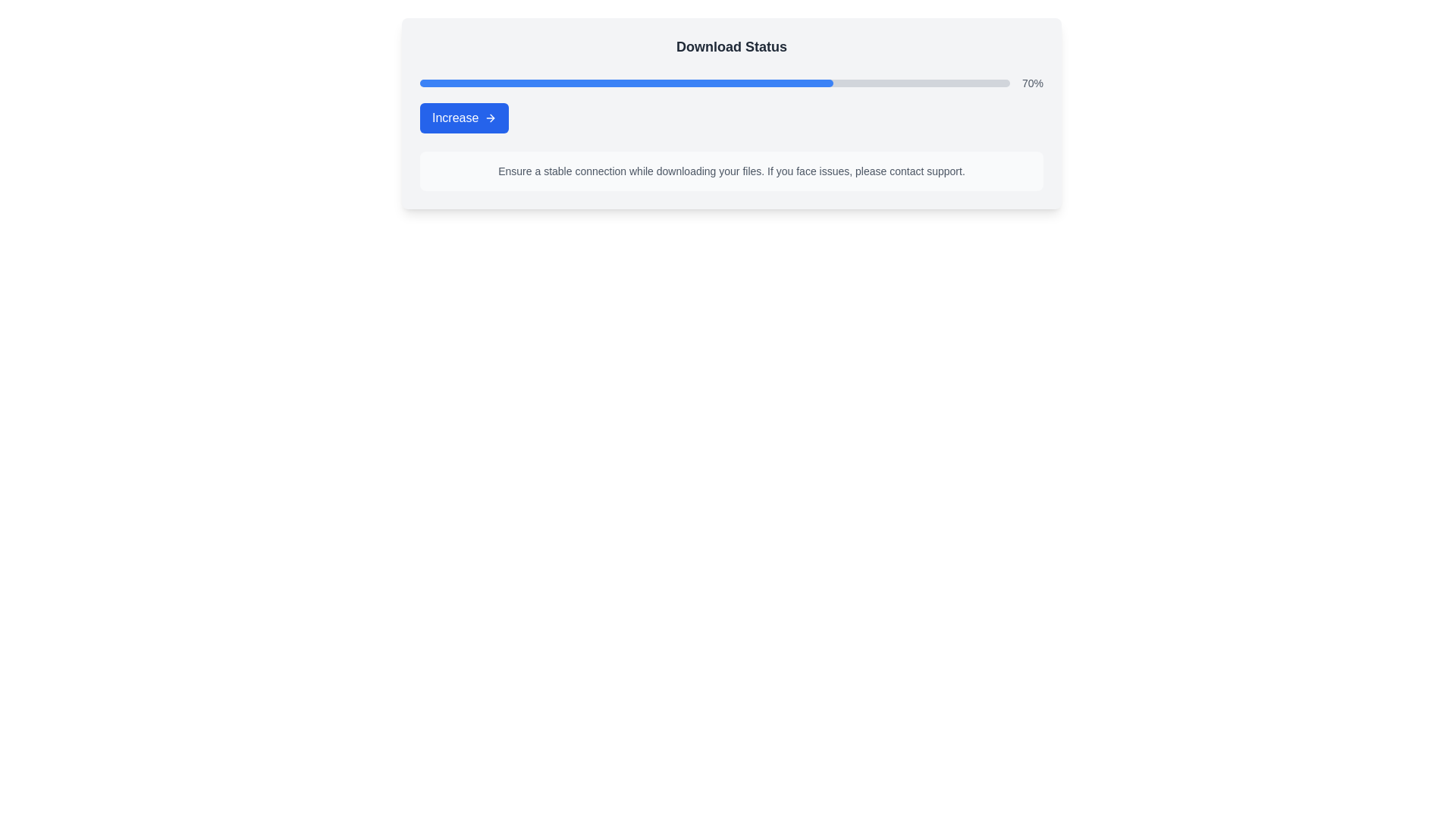 This screenshot has width=1456, height=819. I want to click on the icon located to the right of the text inside the 'Increase' button, which is part of the control section beneath the 'Download Status' loading bar, so click(492, 117).